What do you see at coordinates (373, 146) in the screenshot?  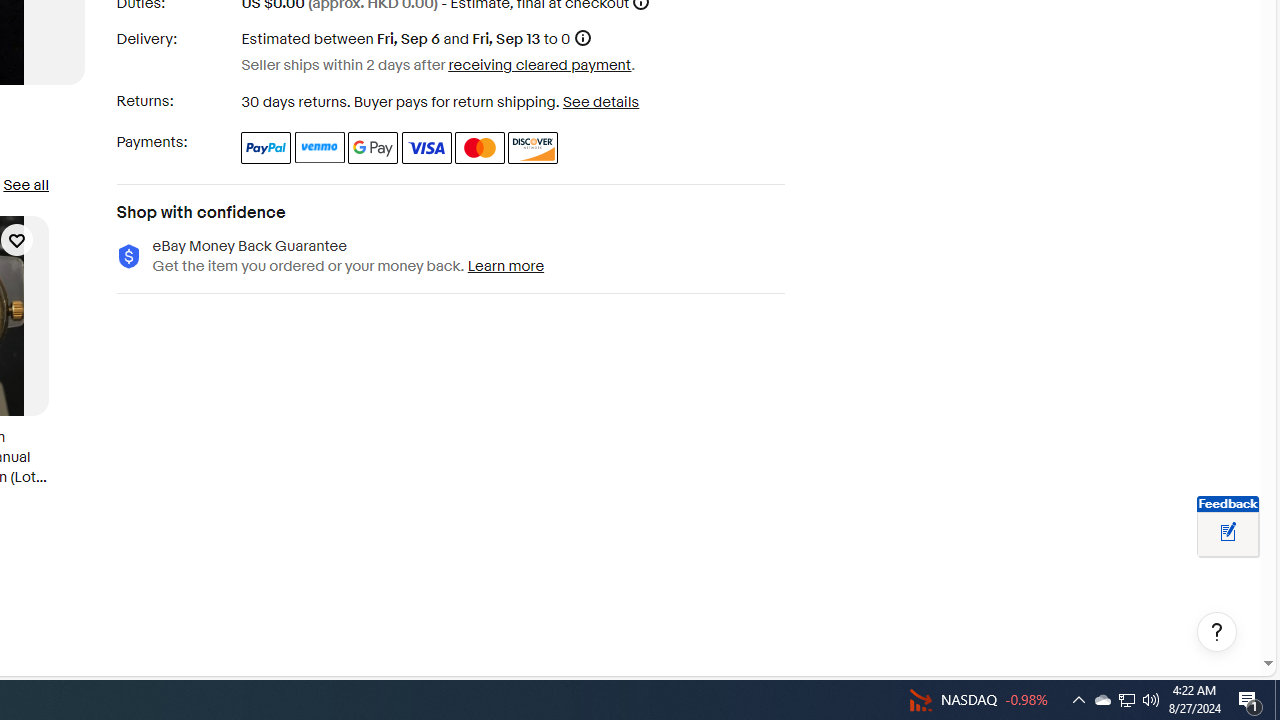 I see `'Google Pay'` at bounding box center [373, 146].